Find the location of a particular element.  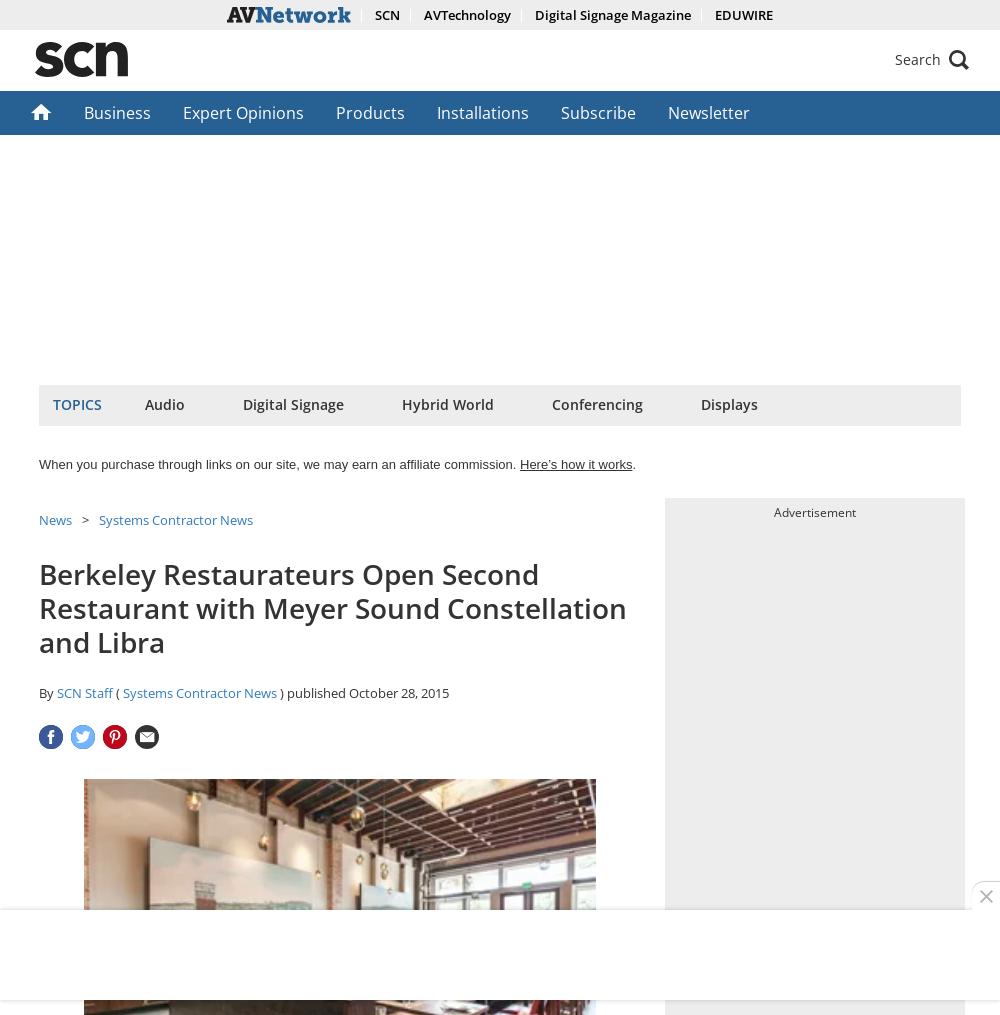

'Topics' is located at coordinates (76, 404).